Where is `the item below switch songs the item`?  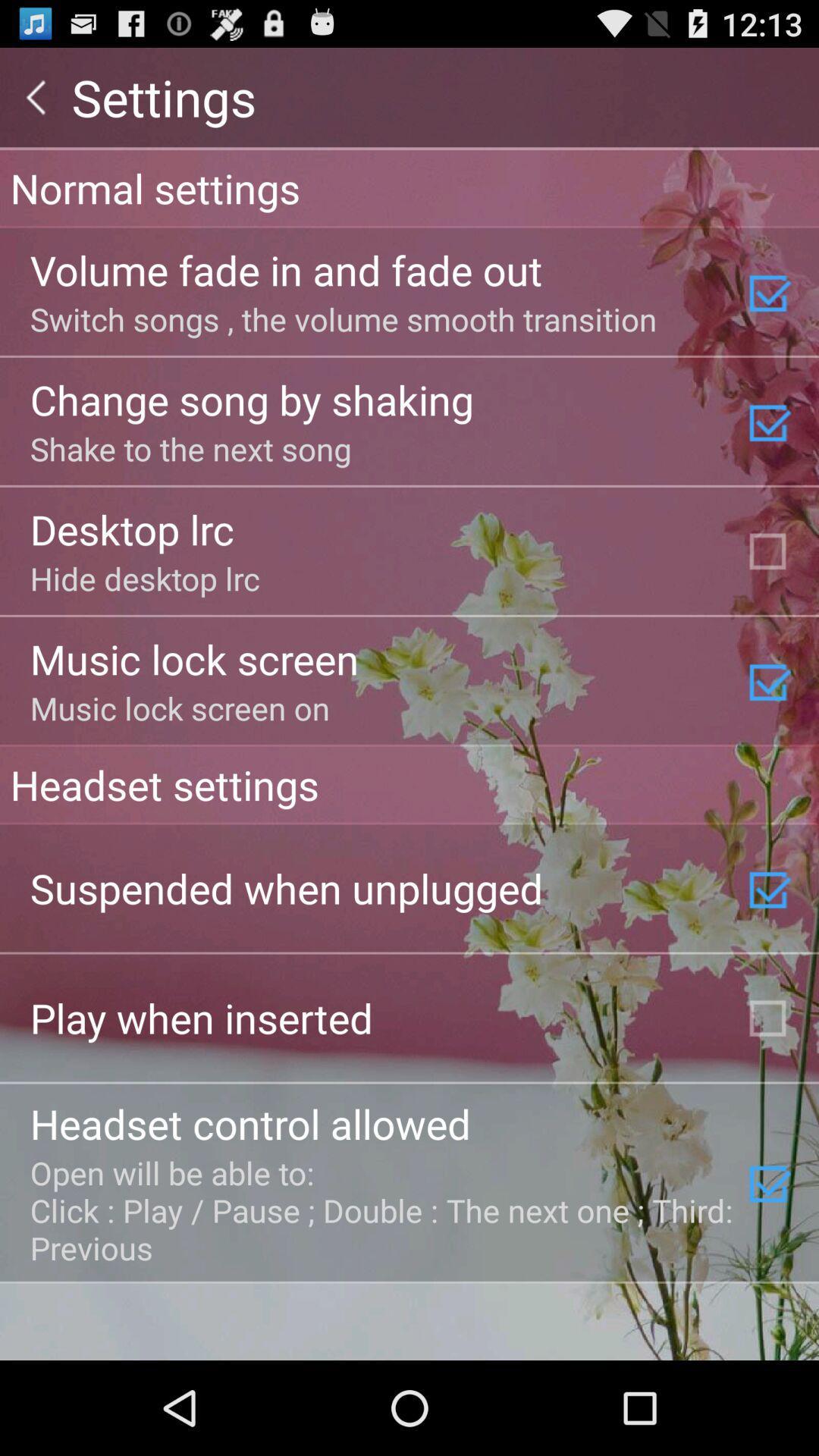 the item below switch songs the item is located at coordinates (251, 399).